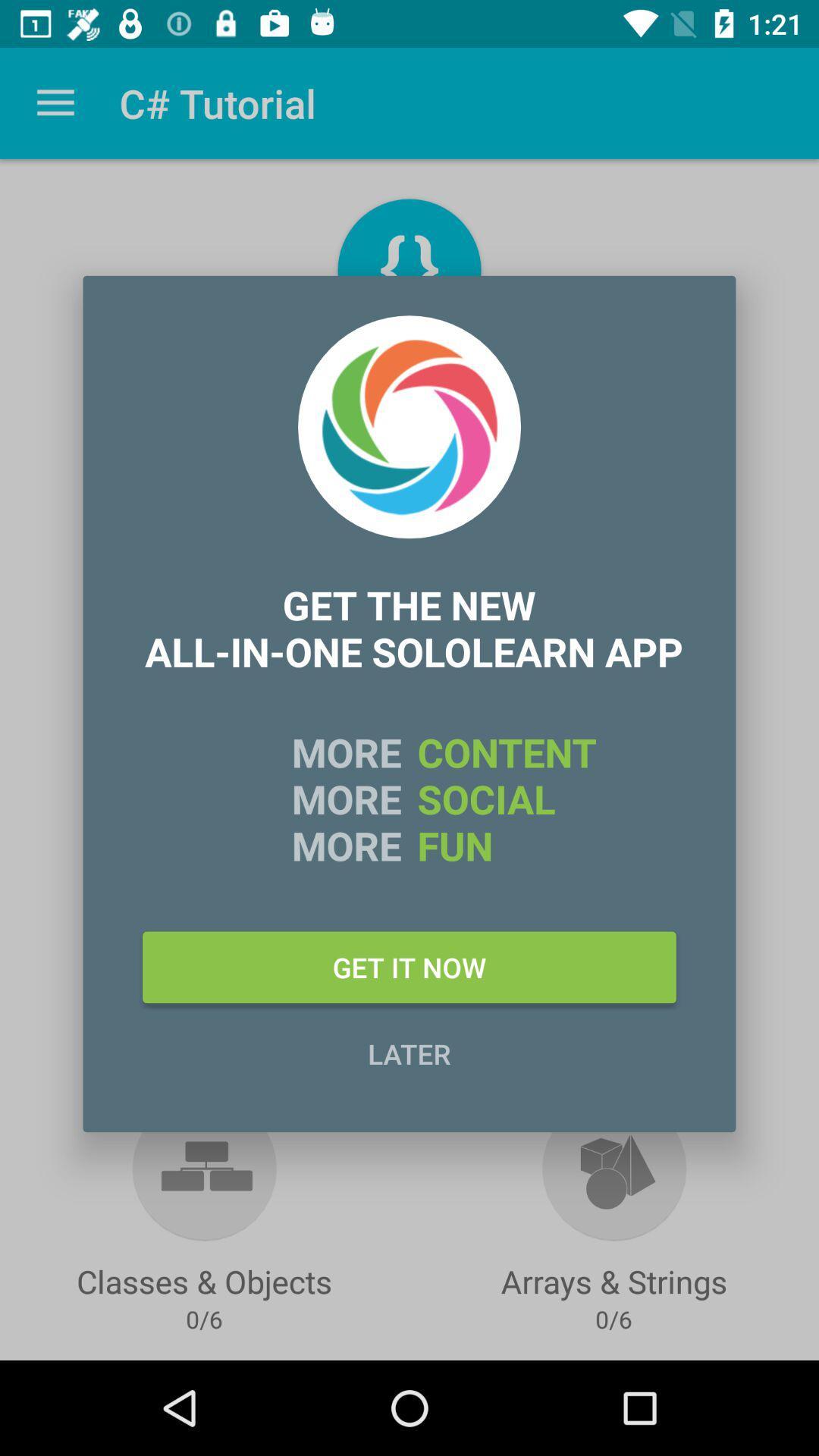  Describe the element at coordinates (409, 1053) in the screenshot. I see `later at the bottom` at that location.